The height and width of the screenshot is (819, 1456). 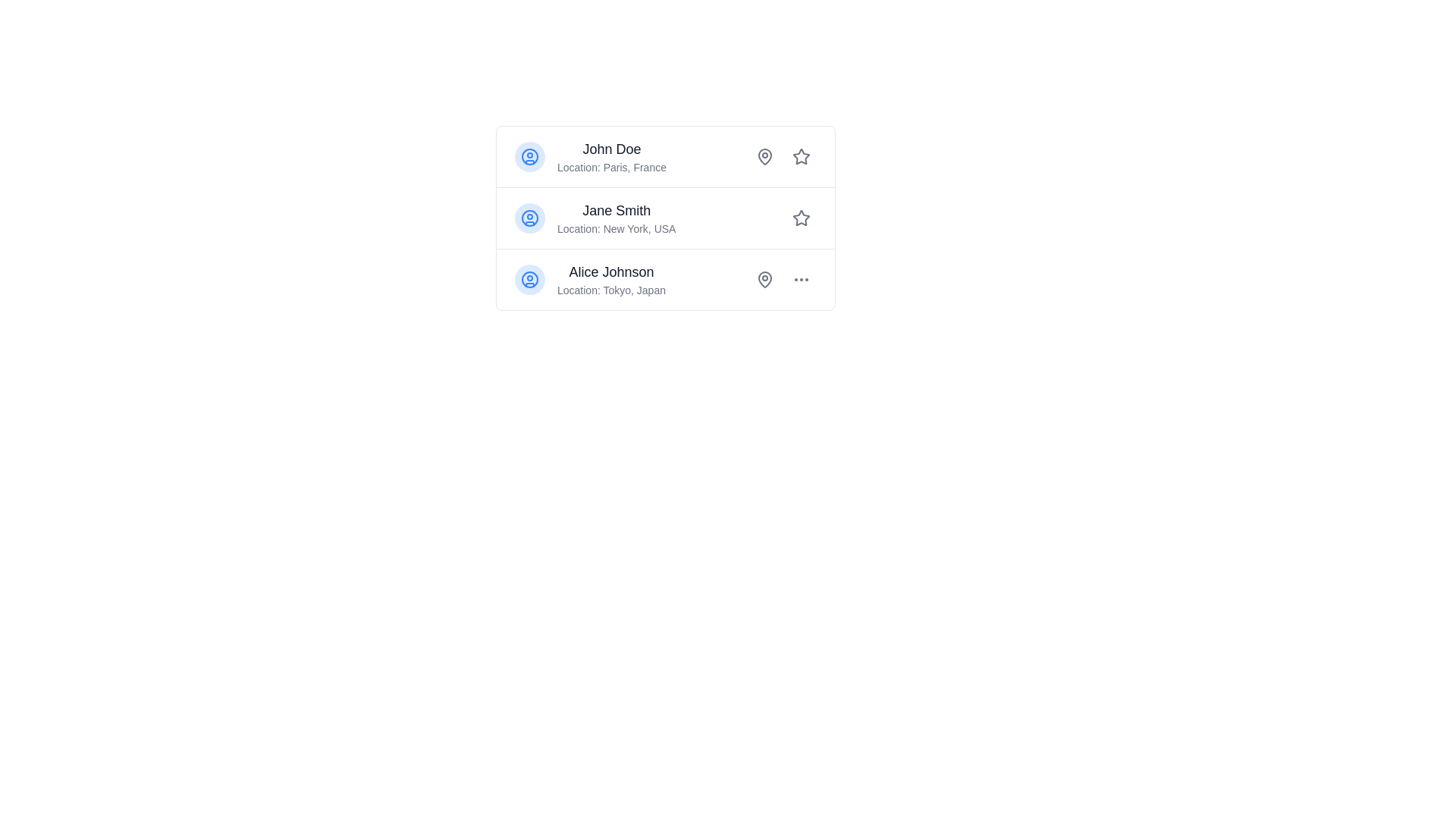 I want to click on the circular icon with a blue background and white outline to the left of 'Alice Johnson' in the vertical list, so click(x=530, y=280).